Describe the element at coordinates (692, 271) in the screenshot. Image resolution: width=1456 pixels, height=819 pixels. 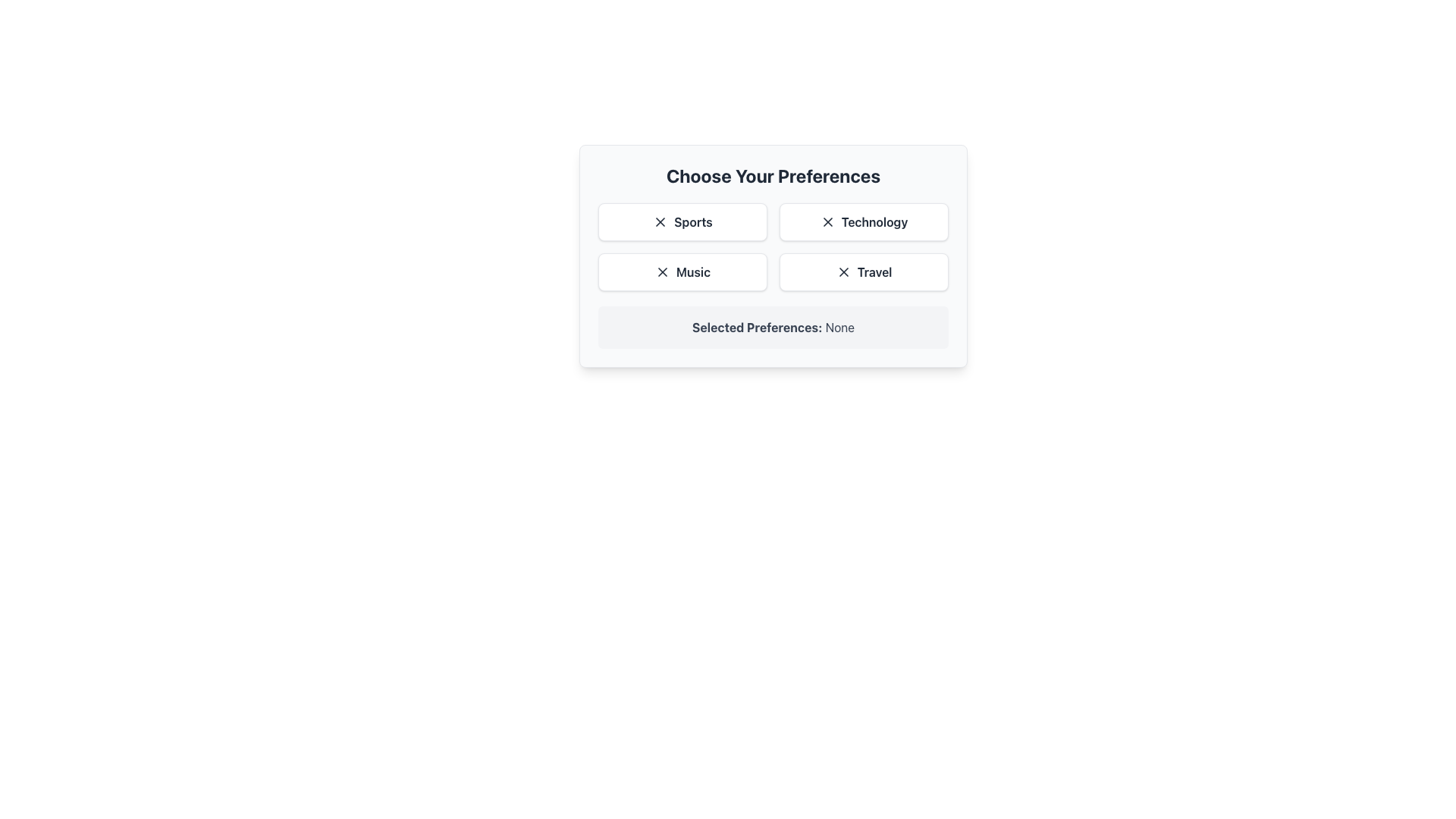
I see `the 'Music' text label, which is styled in bold and located within a button in the second row, first column of a two-by-two grid of selectable options` at that location.